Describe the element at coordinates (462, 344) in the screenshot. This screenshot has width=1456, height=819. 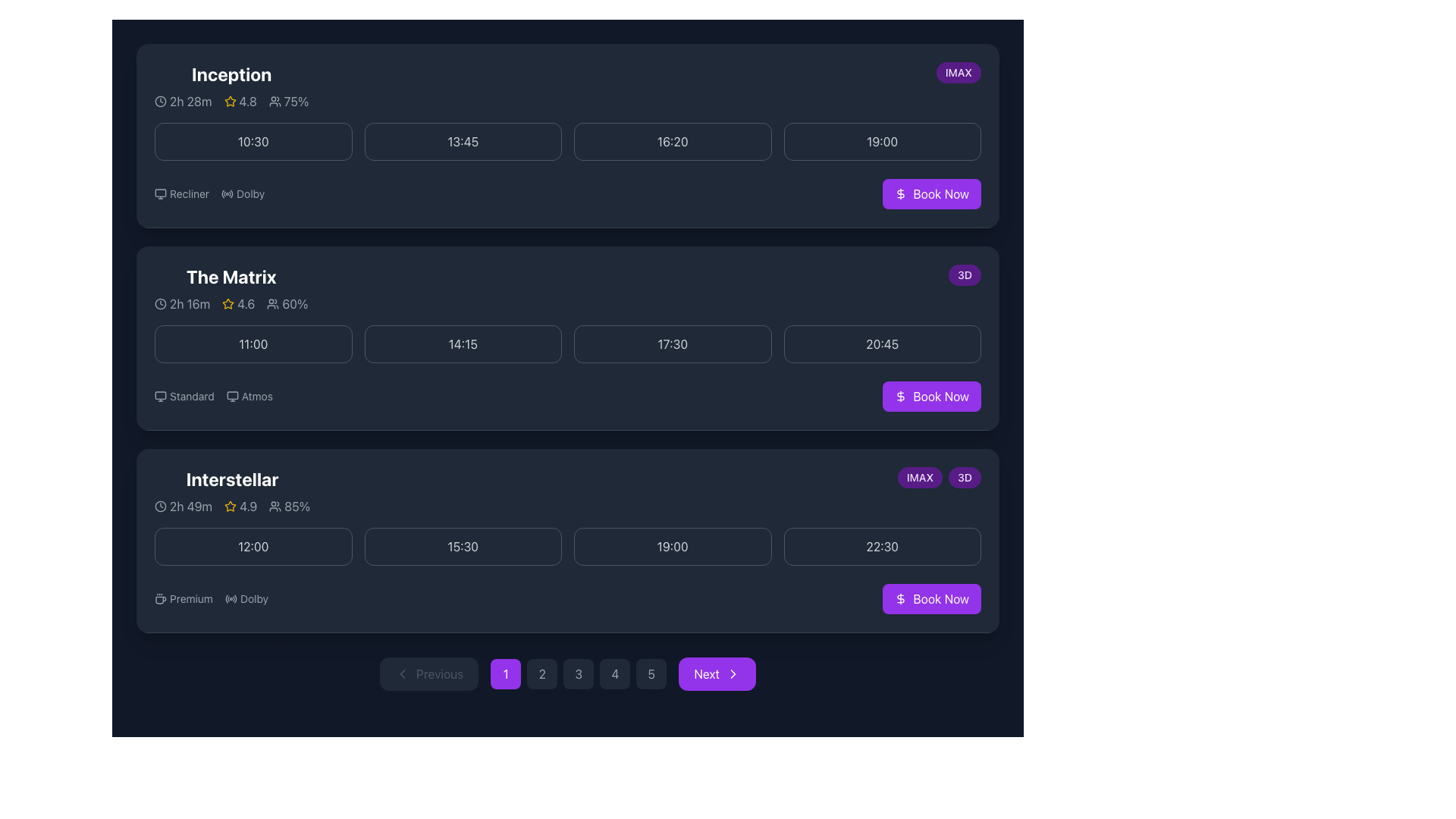
I see `the interactive button for selecting the 14:15 time slot for 'The Matrix' to trigger a border color change` at that location.